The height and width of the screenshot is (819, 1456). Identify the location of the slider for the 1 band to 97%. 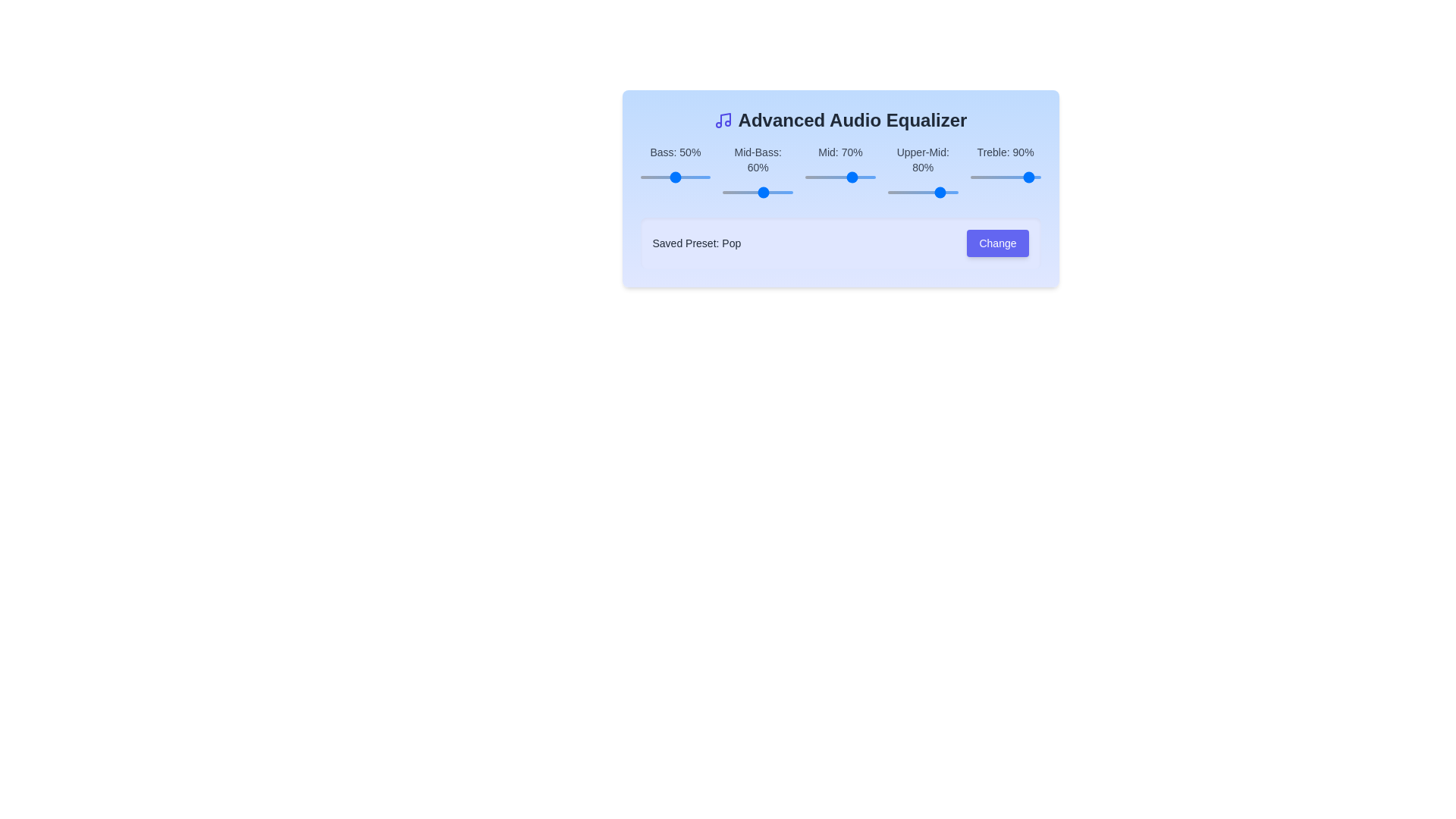
(830, 192).